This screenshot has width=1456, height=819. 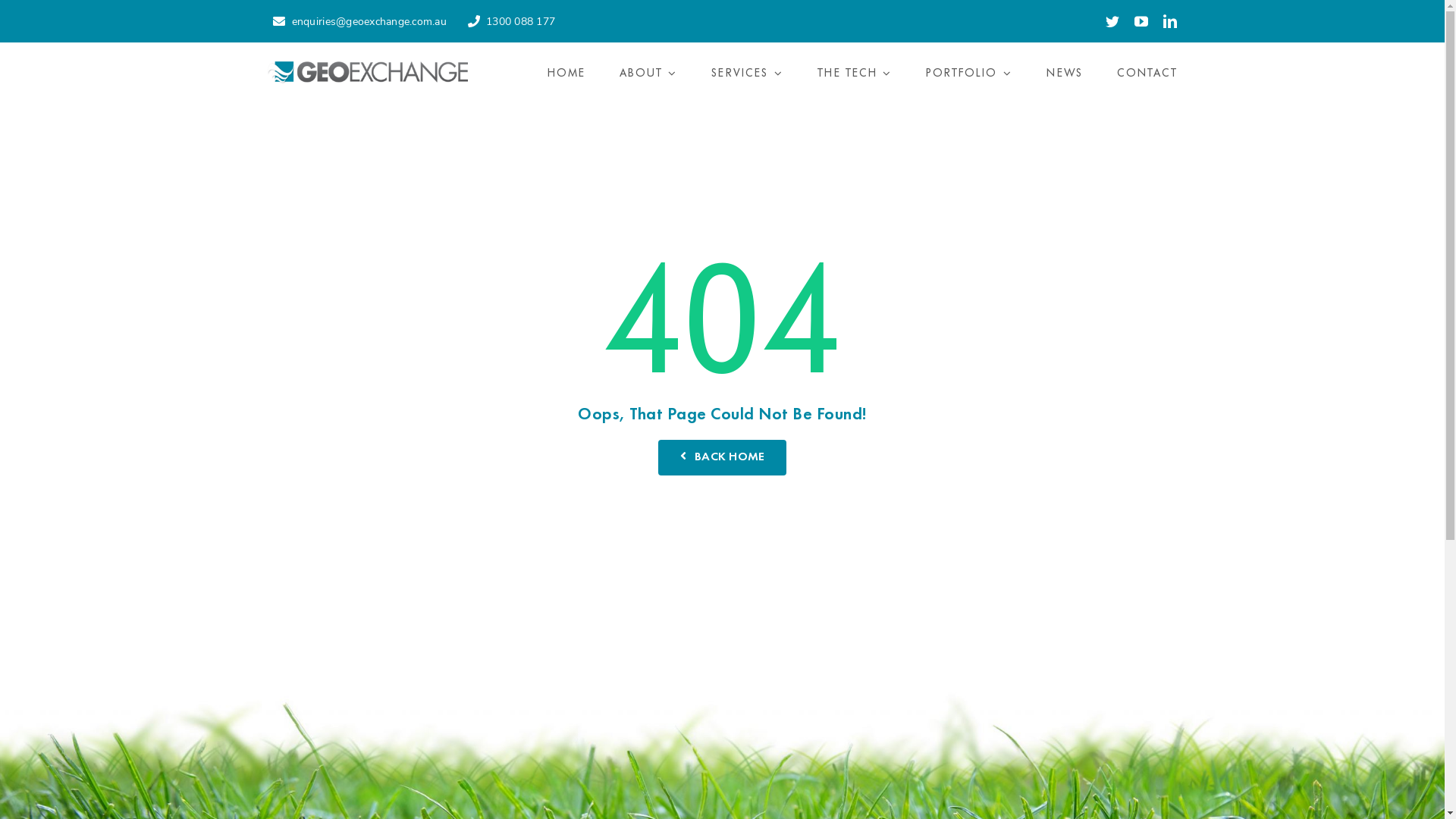 I want to click on 'enquiries@geoexchange.com.au', so click(x=356, y=20).